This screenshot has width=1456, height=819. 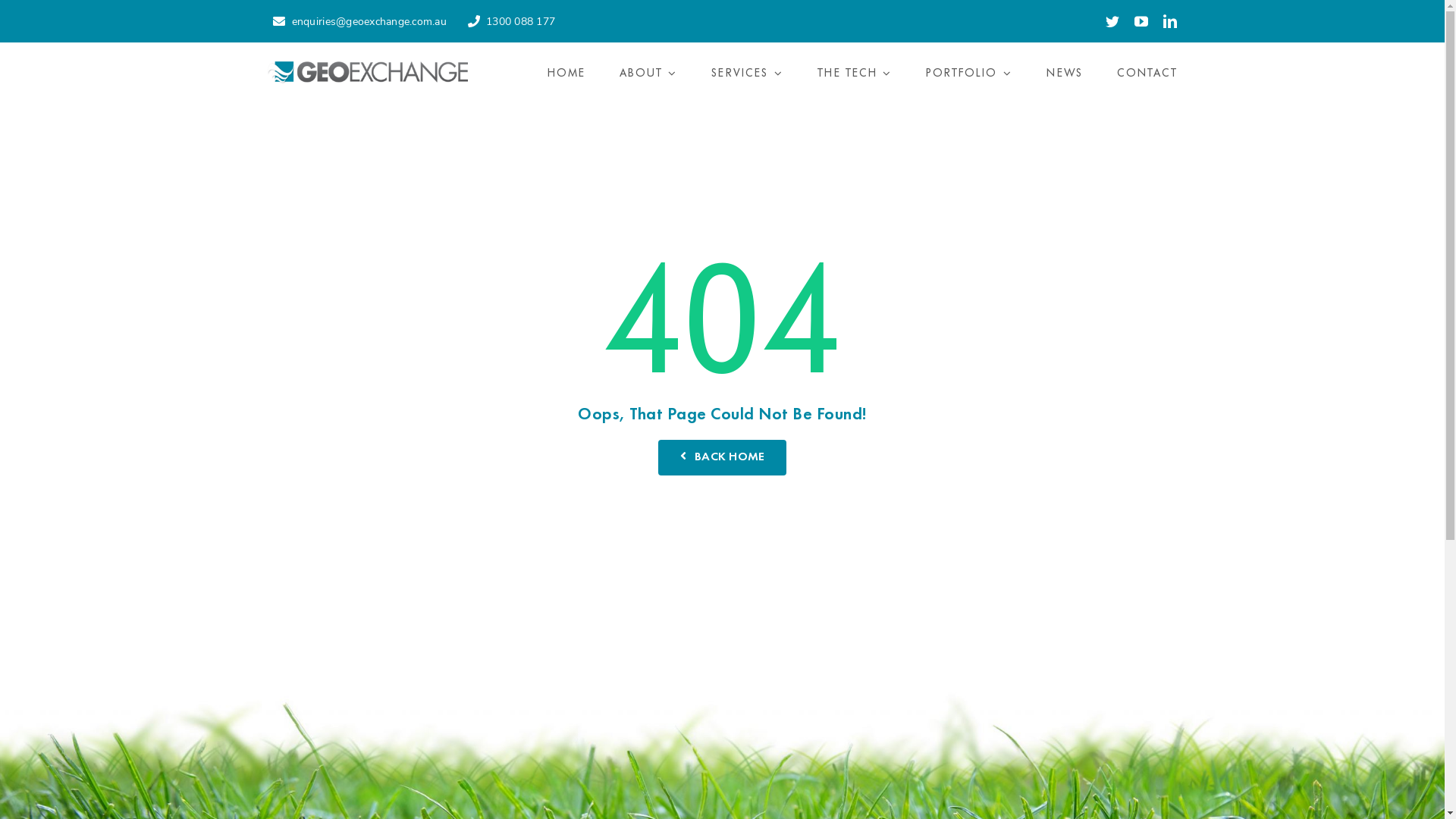 I want to click on 'enquiries@geoexchange.com.au', so click(x=356, y=20).